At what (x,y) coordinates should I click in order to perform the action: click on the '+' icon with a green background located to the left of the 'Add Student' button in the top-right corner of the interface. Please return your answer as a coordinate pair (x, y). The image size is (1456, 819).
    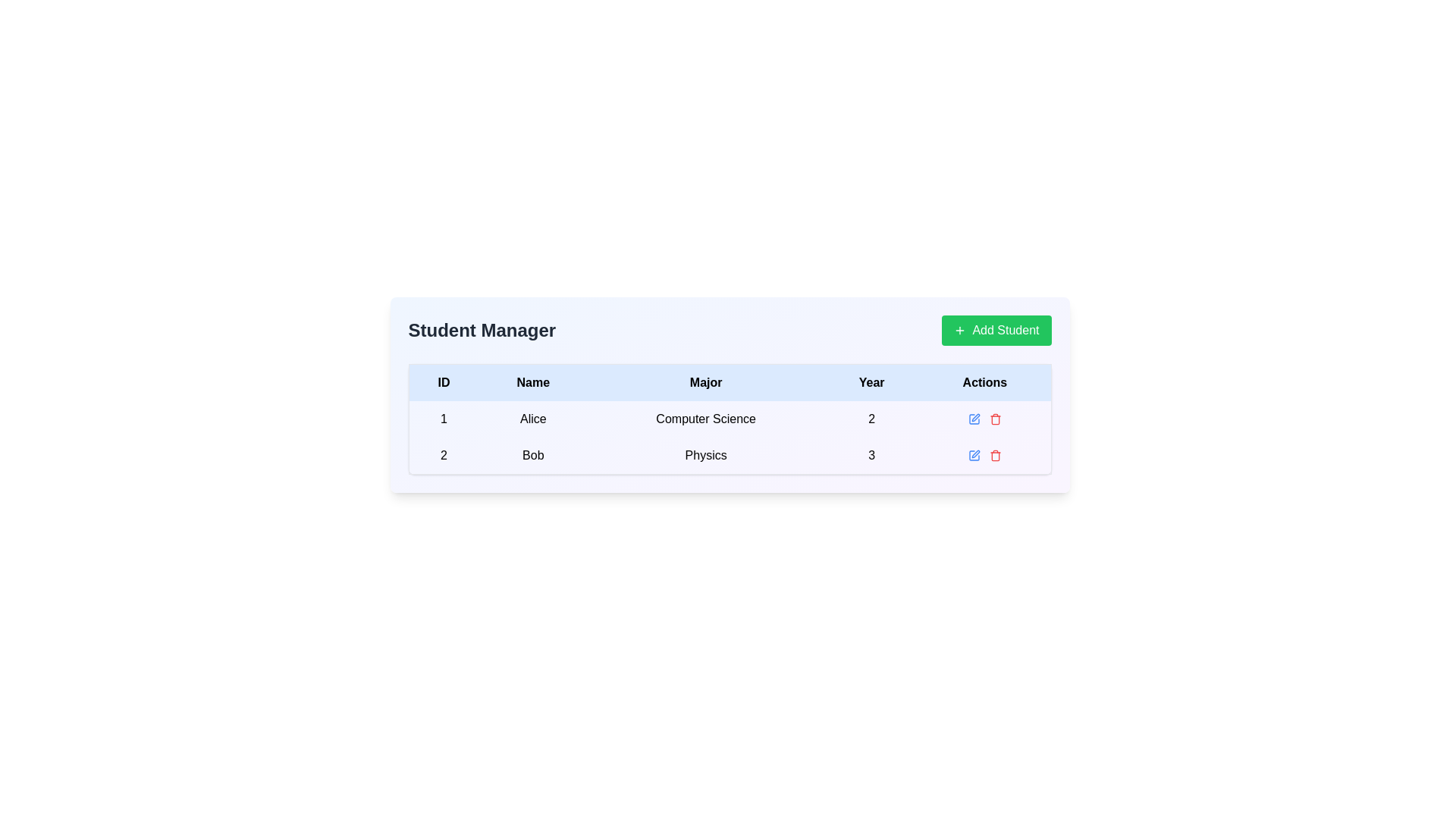
    Looking at the image, I should click on (959, 329).